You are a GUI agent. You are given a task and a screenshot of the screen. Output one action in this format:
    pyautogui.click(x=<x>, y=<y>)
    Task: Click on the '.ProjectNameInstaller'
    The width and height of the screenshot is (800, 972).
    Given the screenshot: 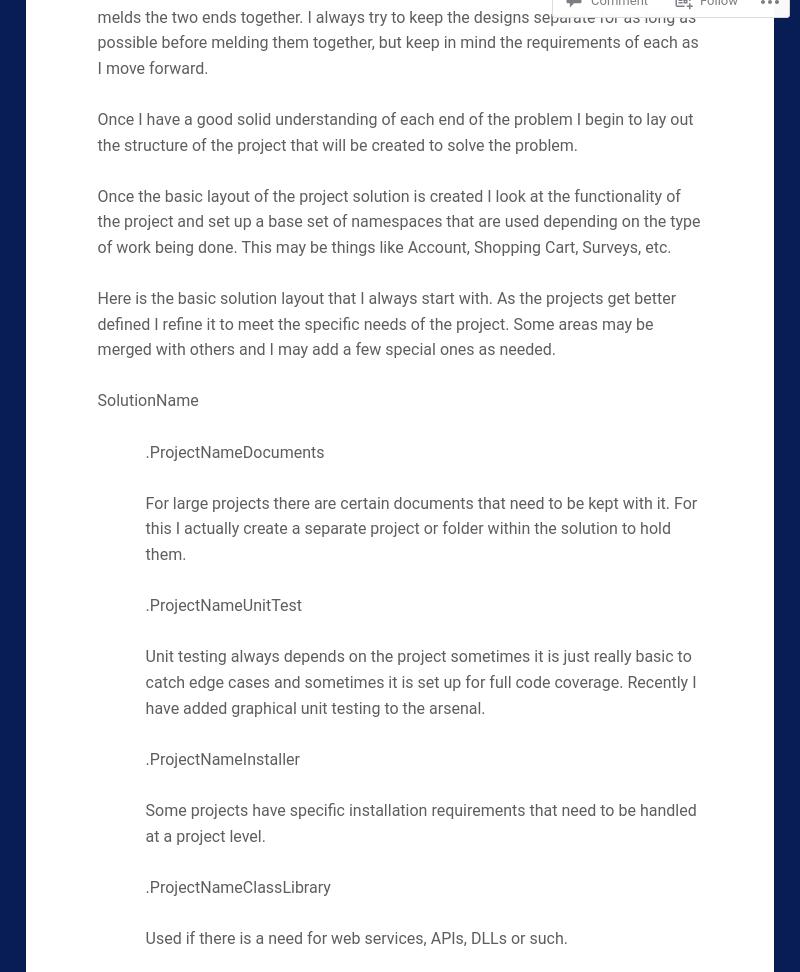 What is the action you would take?
    pyautogui.click(x=222, y=758)
    